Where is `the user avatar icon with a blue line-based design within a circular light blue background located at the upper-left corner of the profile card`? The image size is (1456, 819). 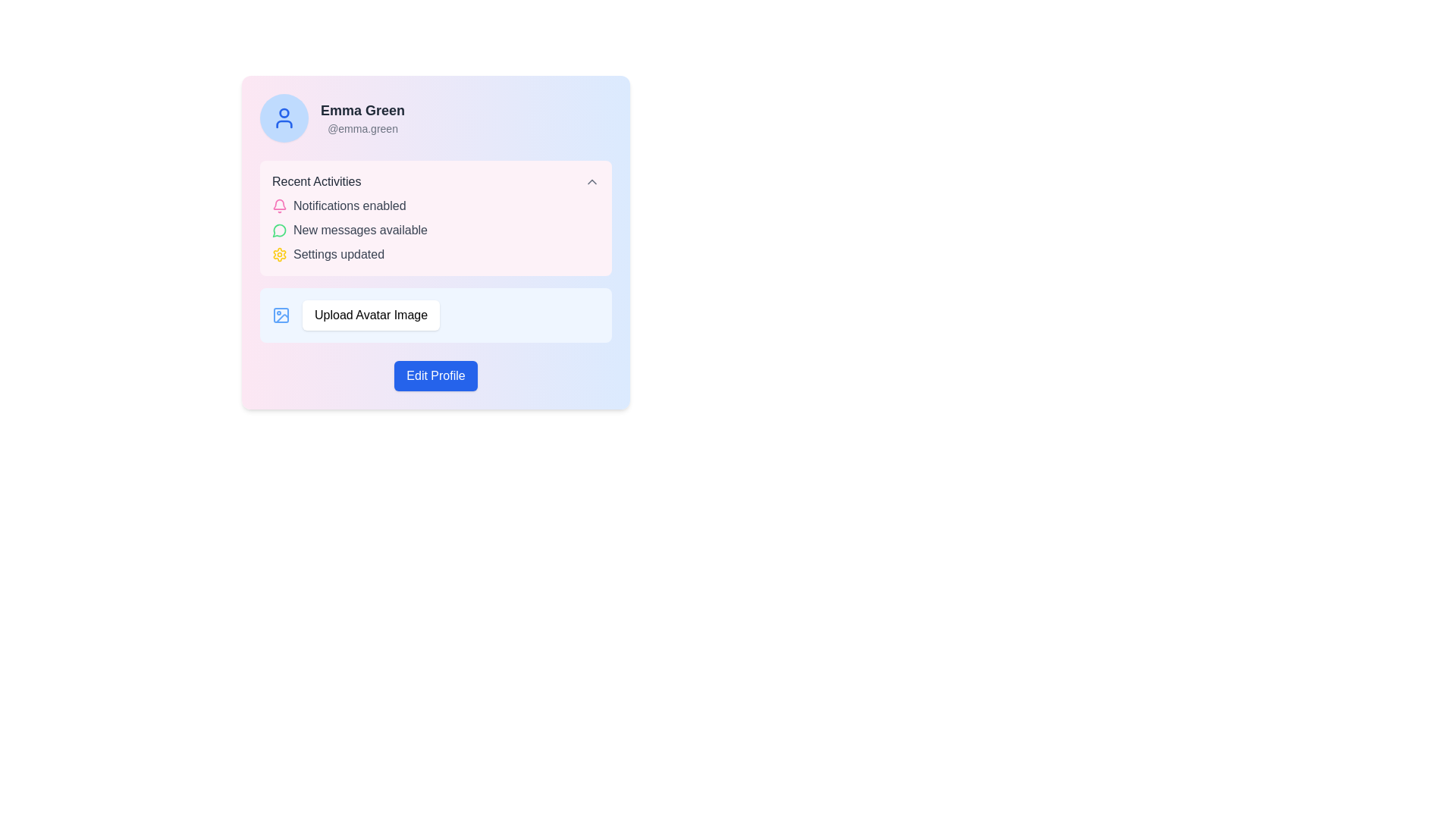 the user avatar icon with a blue line-based design within a circular light blue background located at the upper-left corner of the profile card is located at coordinates (284, 117).